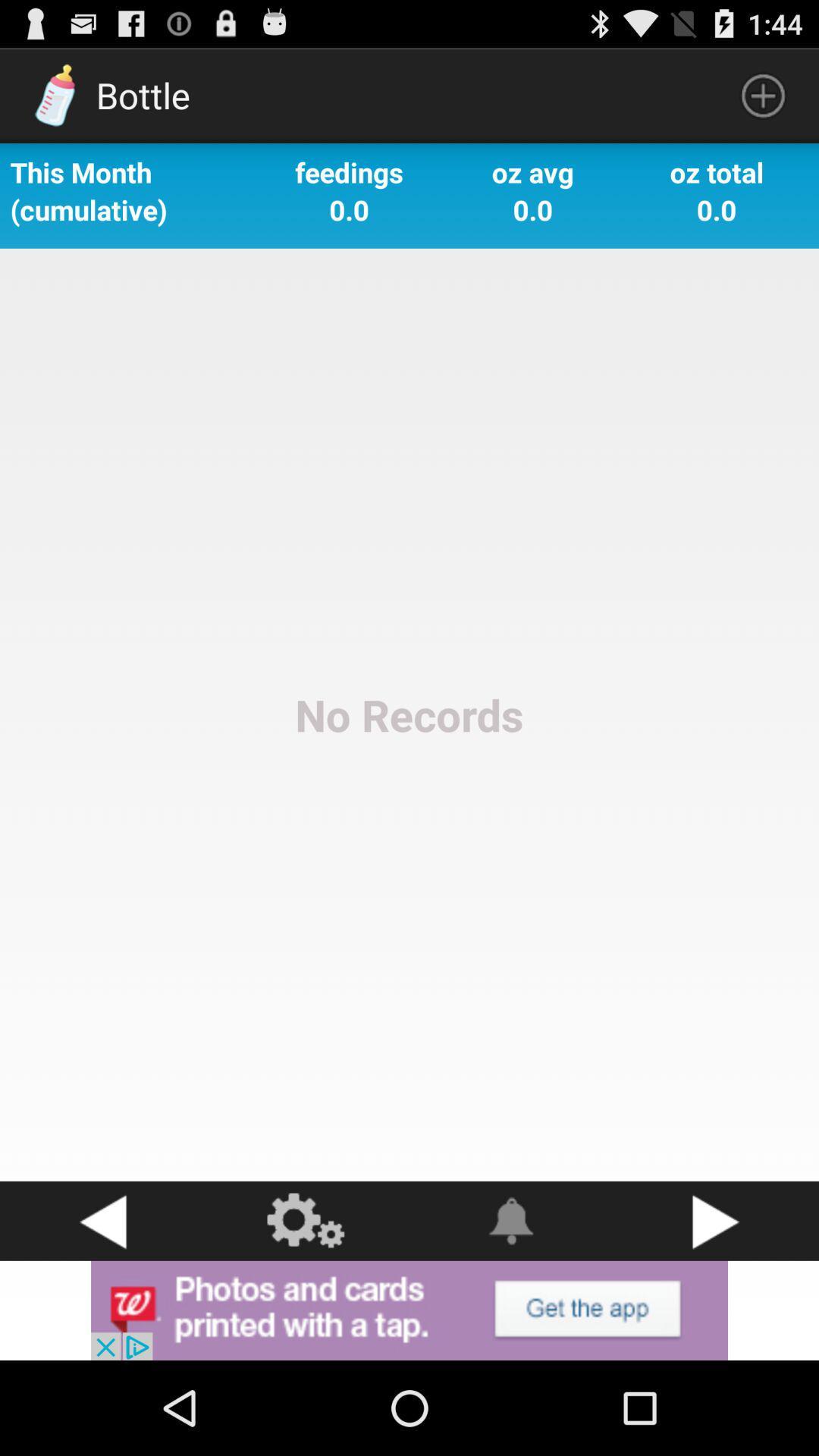 The width and height of the screenshot is (819, 1456). I want to click on open advertisement, so click(409, 1310).